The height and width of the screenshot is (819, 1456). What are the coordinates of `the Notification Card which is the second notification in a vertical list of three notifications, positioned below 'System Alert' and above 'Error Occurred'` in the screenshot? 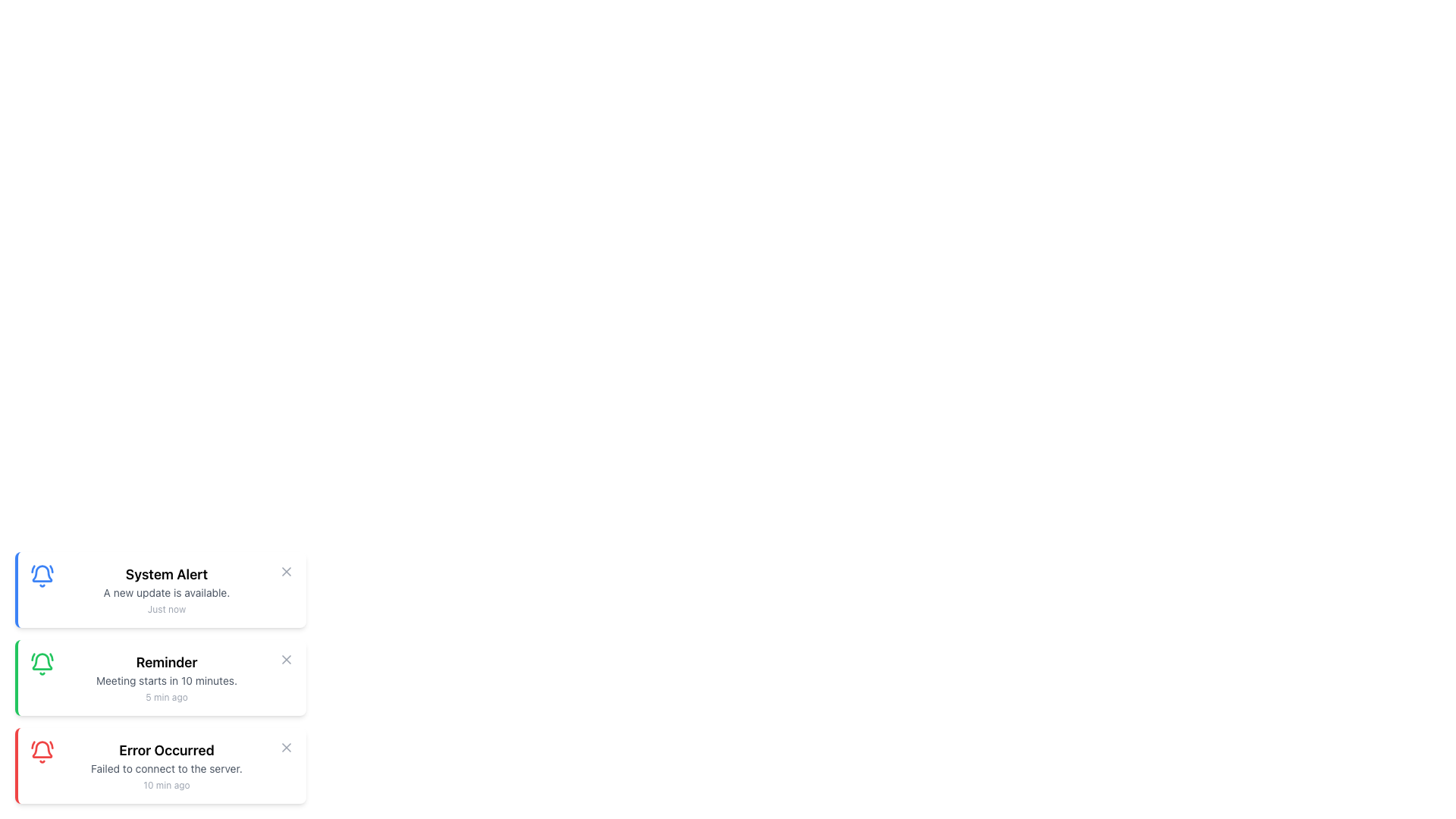 It's located at (160, 677).